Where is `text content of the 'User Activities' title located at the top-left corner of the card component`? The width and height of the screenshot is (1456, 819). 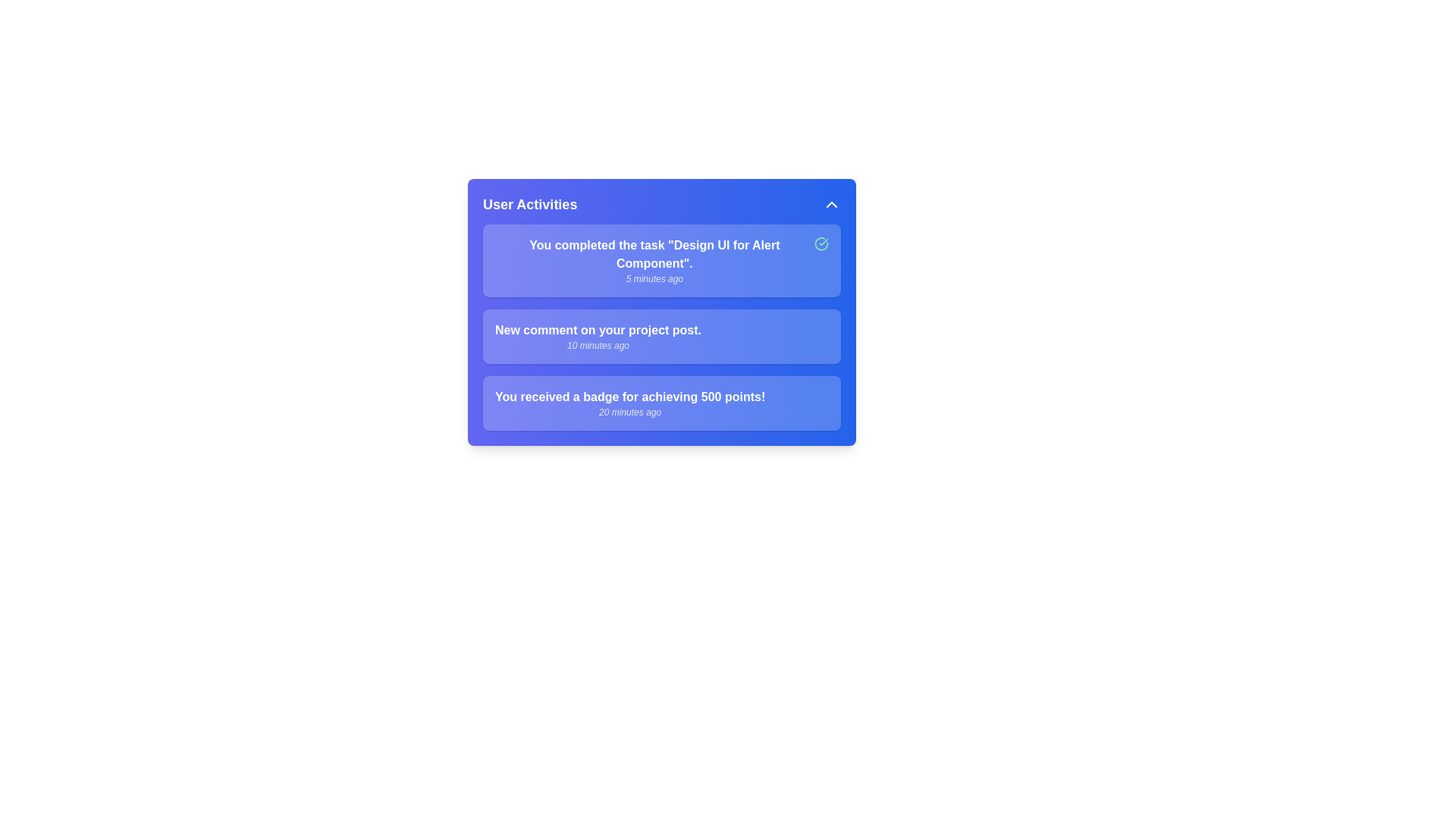
text content of the 'User Activities' title located at the top-left corner of the card component is located at coordinates (530, 205).